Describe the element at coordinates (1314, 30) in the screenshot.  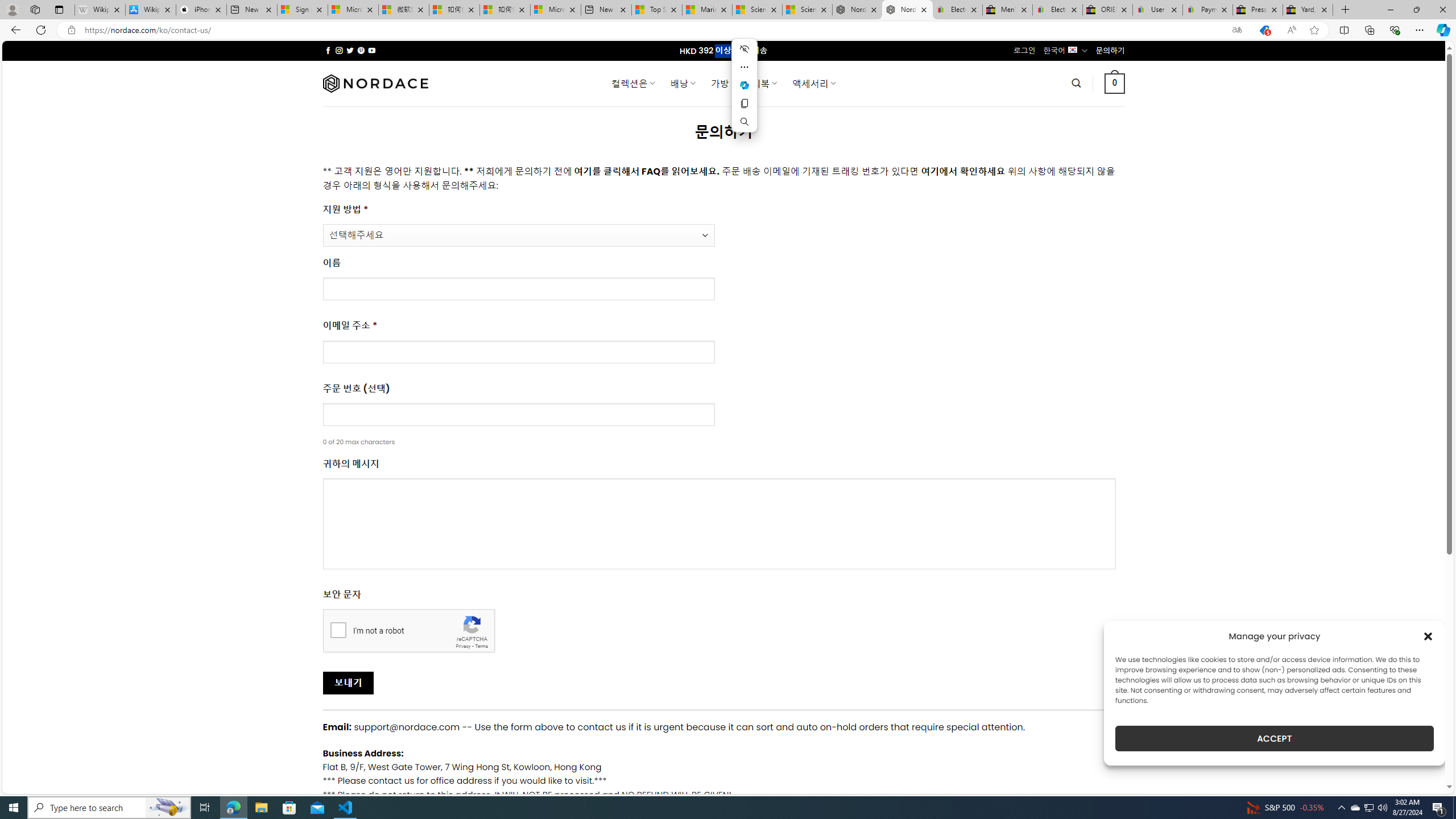
I see `'Add this page to favorites (Ctrl+D)'` at that location.